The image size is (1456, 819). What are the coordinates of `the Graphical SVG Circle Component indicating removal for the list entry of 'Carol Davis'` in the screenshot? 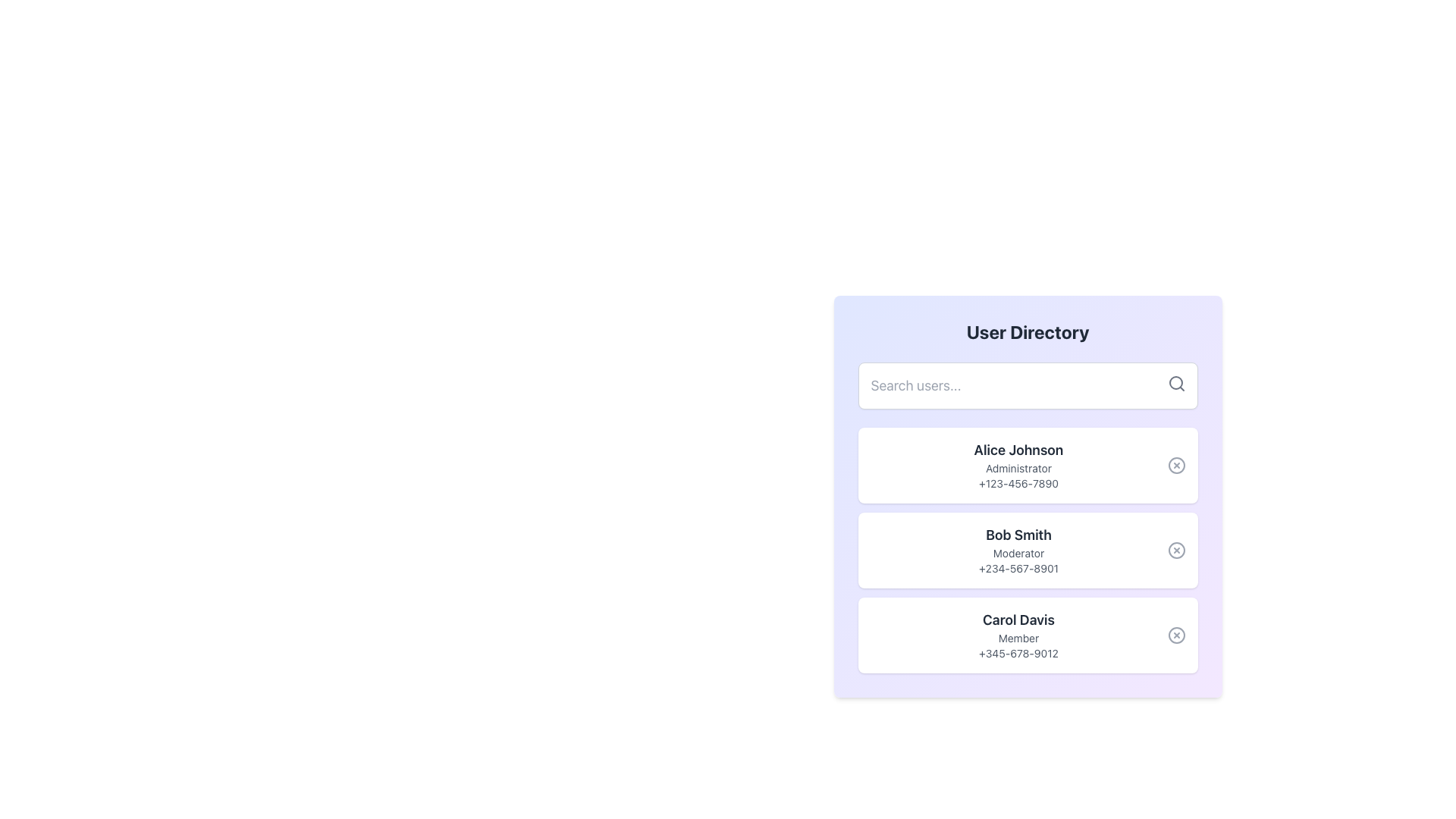 It's located at (1175, 635).